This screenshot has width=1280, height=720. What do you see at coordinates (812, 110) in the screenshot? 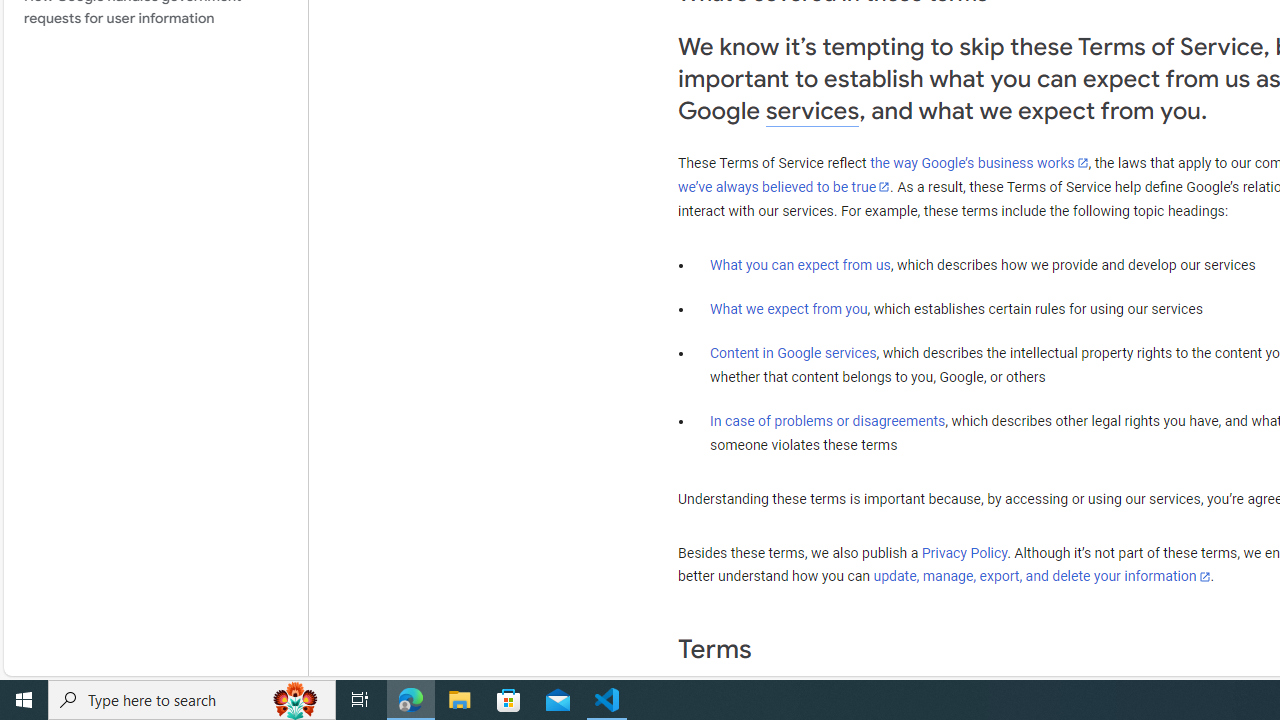
I see `'services'` at bounding box center [812, 110].